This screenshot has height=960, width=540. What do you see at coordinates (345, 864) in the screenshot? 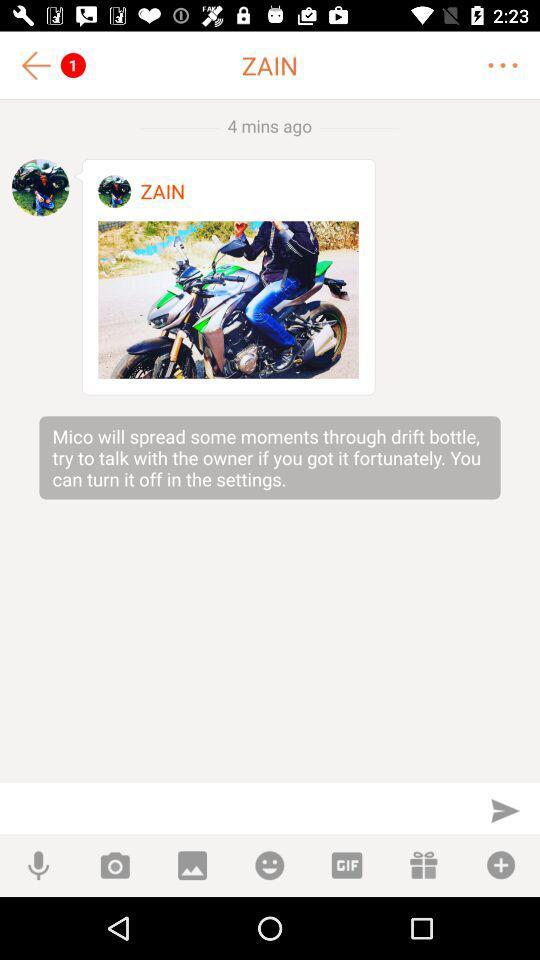
I see `open gif gallery` at bounding box center [345, 864].